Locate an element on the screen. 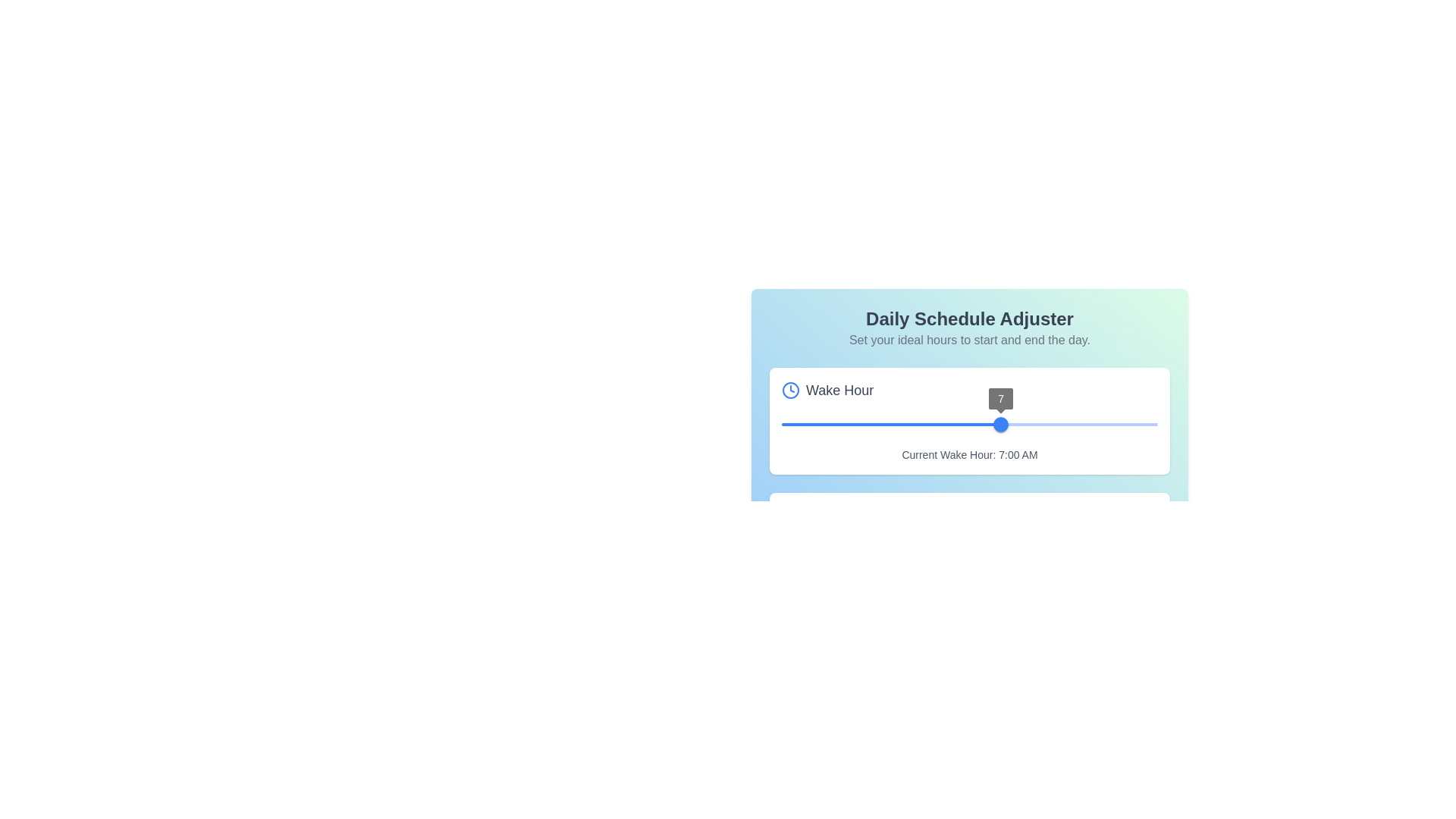 The height and width of the screenshot is (819, 1456). the wake hour is located at coordinates (797, 424).